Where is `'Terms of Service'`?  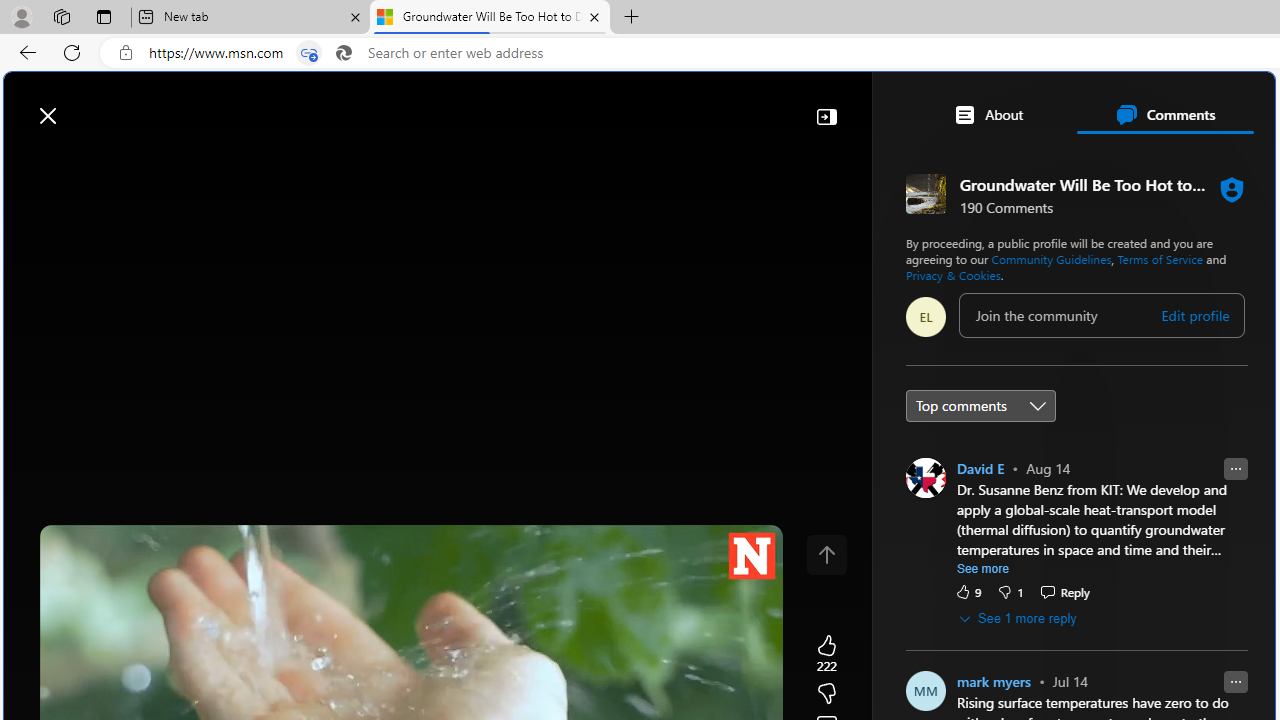 'Terms of Service' is located at coordinates (1160, 257).